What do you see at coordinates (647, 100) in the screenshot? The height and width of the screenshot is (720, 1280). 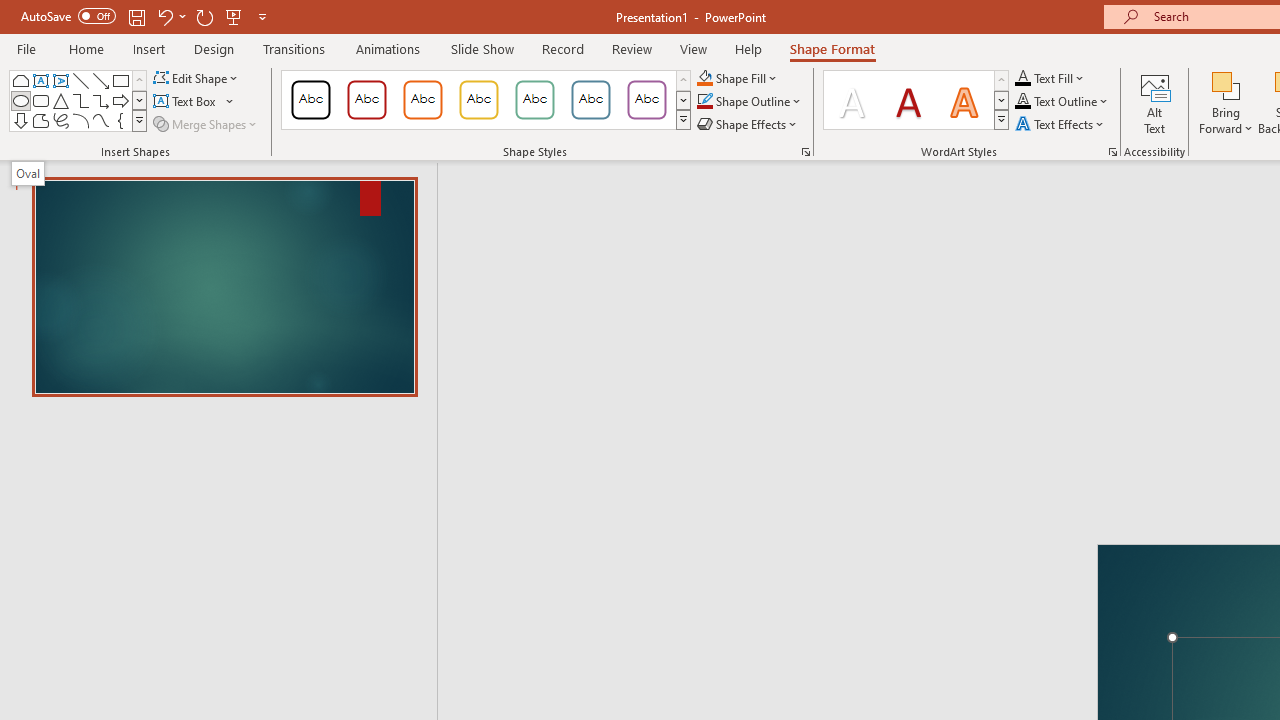 I see `'Colored Outline - Purple, Accent 6'` at bounding box center [647, 100].